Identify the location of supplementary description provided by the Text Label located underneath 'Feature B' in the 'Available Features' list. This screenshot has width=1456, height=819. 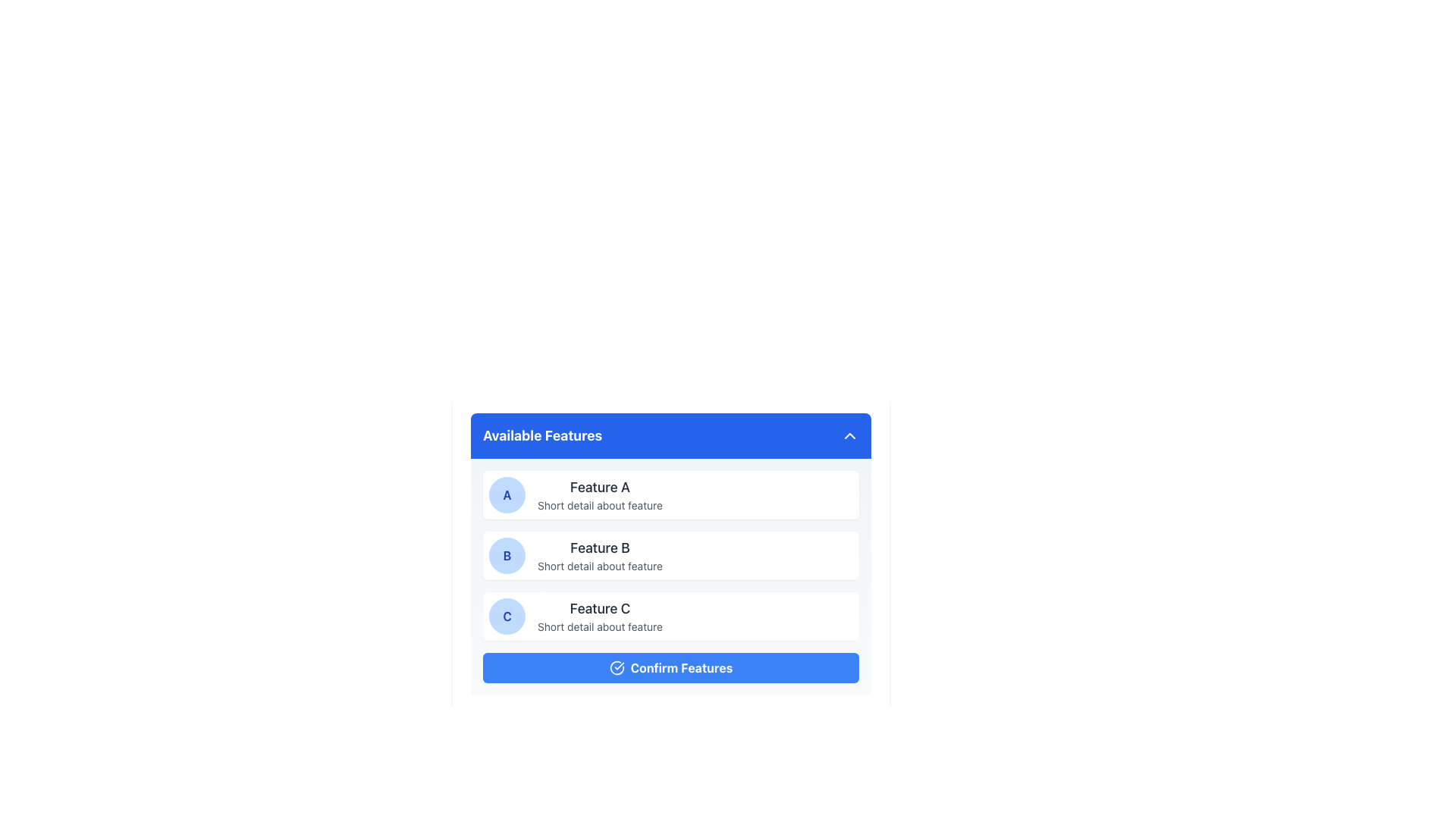
(599, 566).